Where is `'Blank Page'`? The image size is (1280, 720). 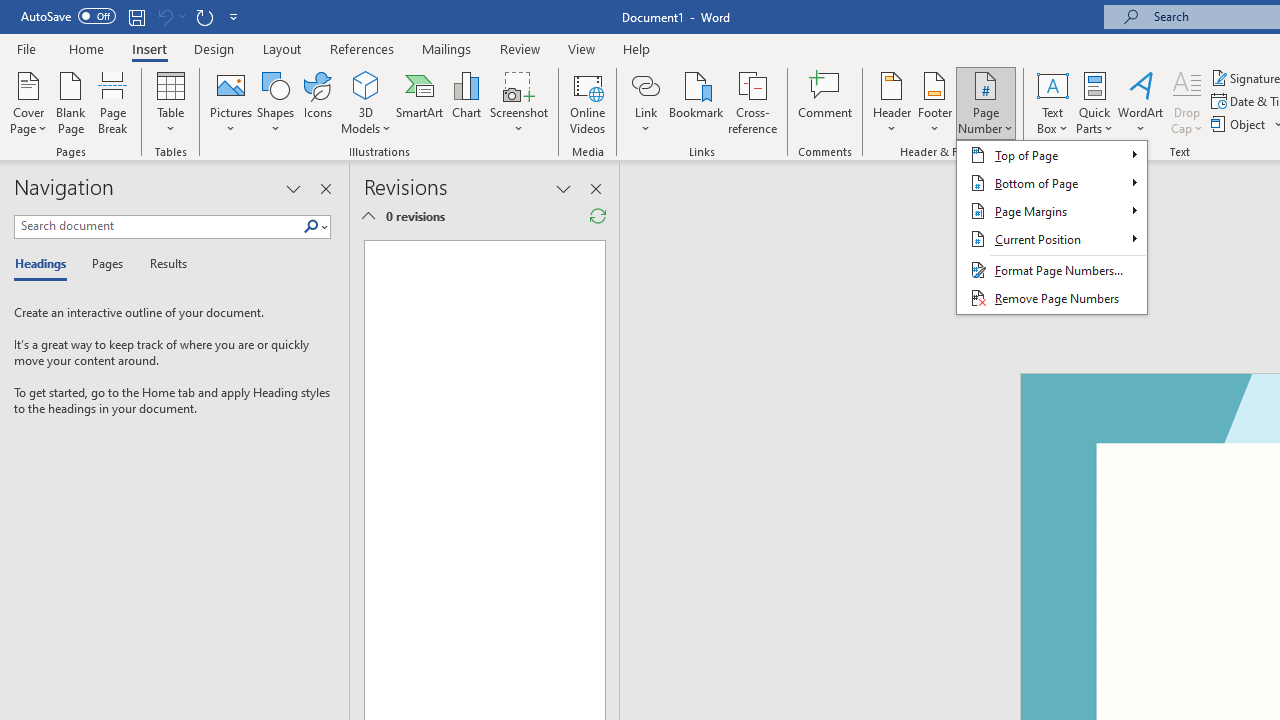 'Blank Page' is located at coordinates (71, 103).